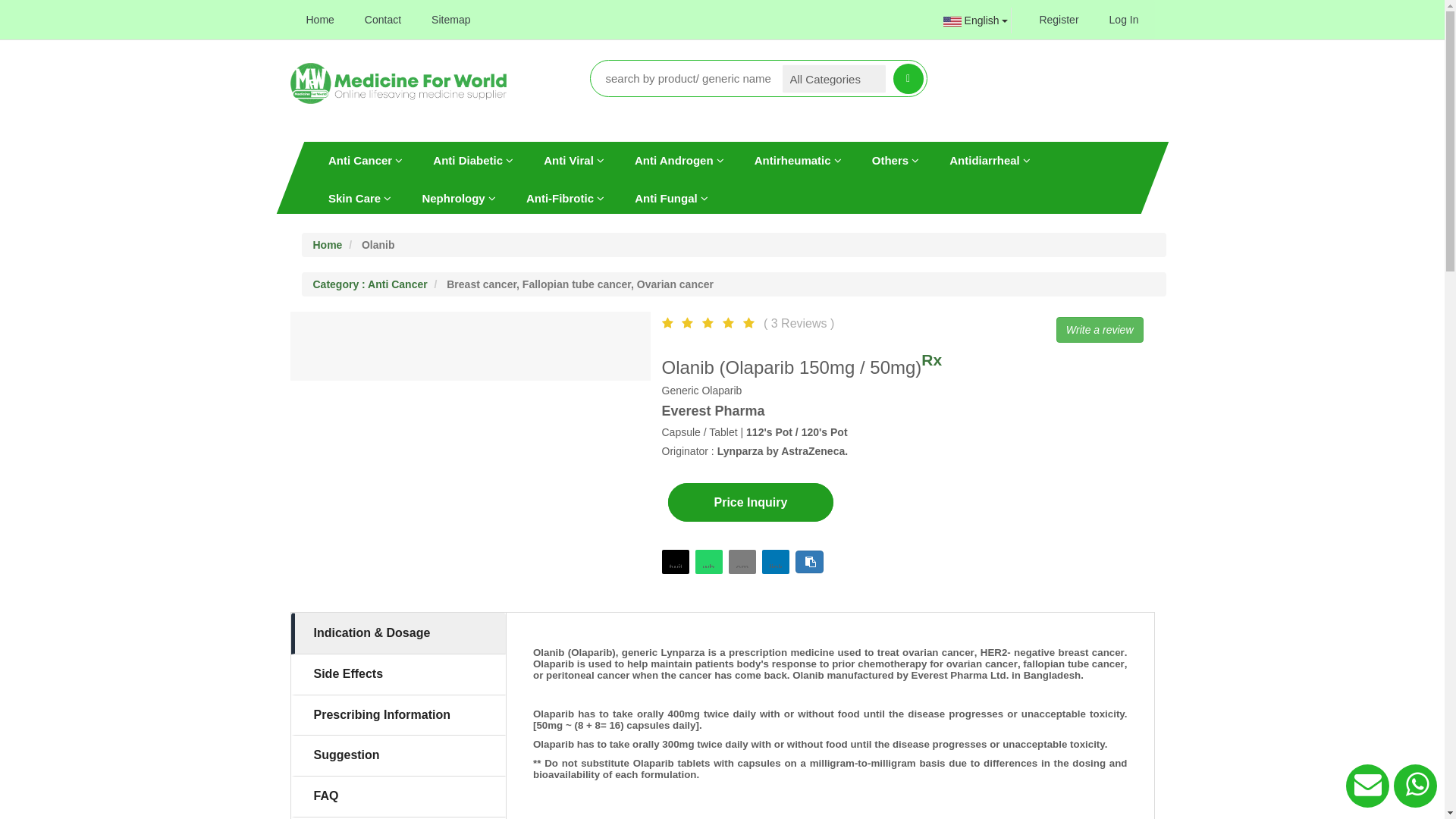  Describe the element at coordinates (619, 197) in the screenshot. I see `'Anti Fungal'` at that location.